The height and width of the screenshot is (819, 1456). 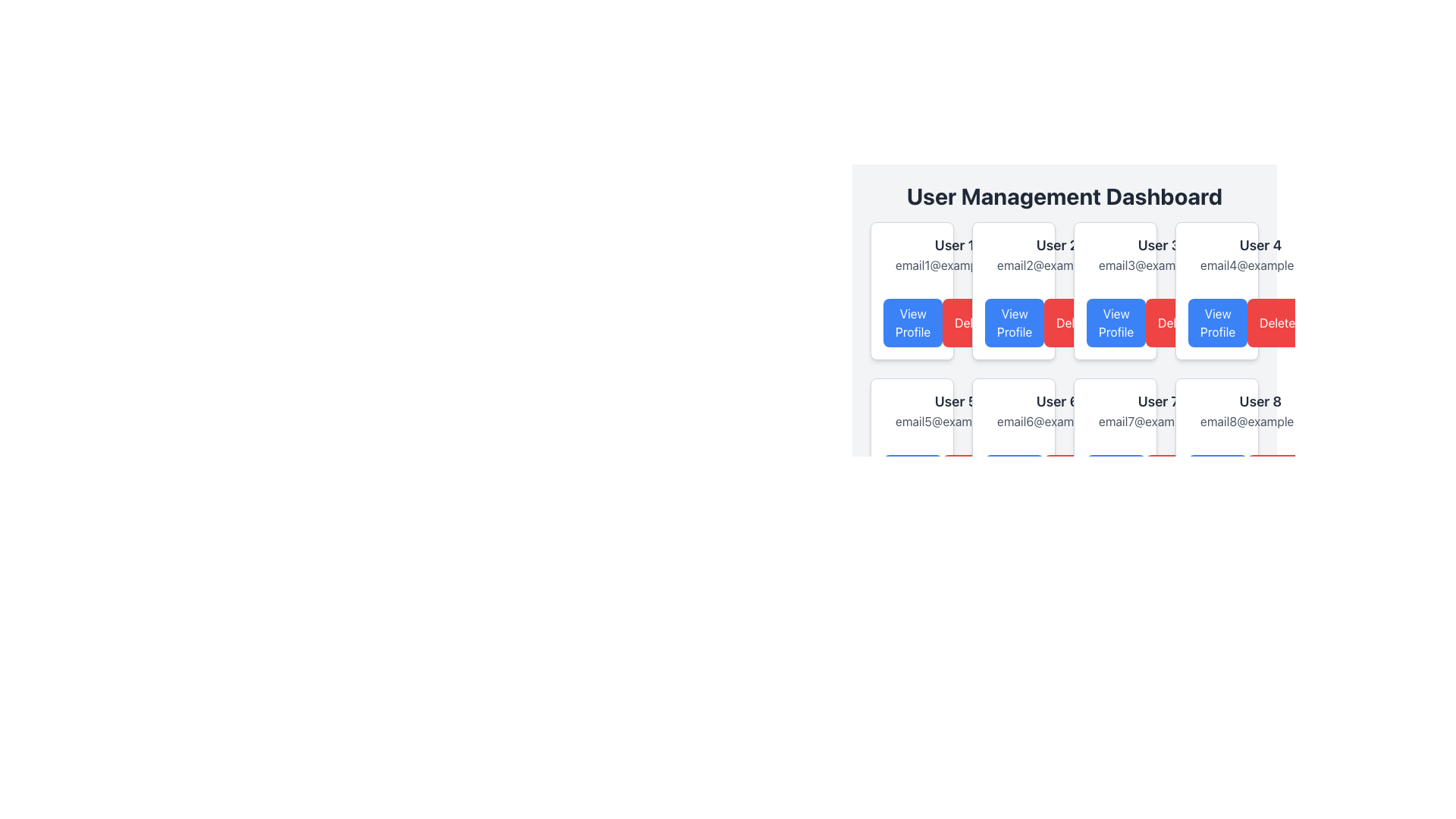 What do you see at coordinates (953, 253) in the screenshot?
I see `the Text Display element that shows 'User 1' in bold with the email 'email1@example.com' below it, located as the first entry in a horizontal list of user profiles` at bounding box center [953, 253].